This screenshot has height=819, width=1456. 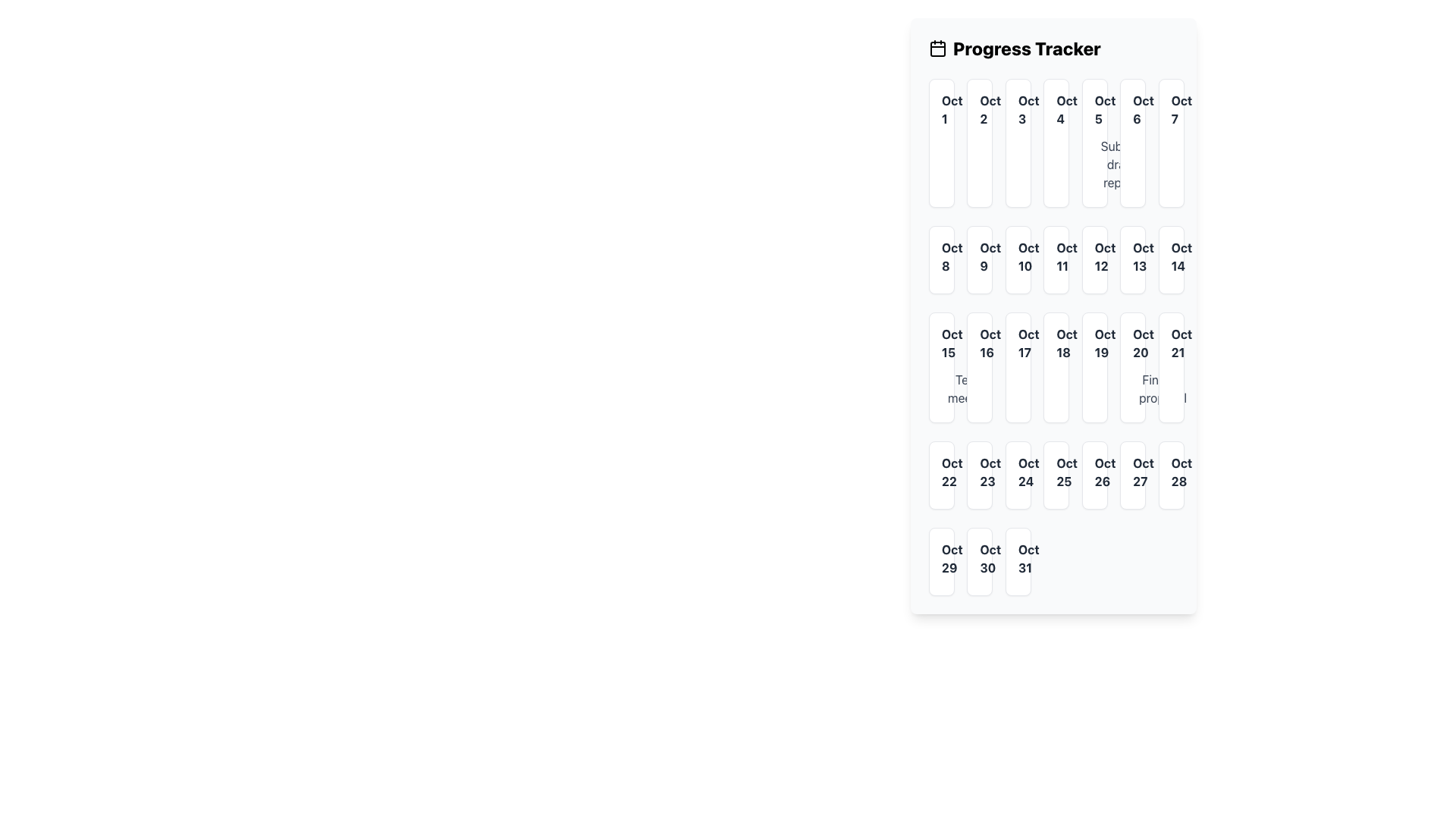 What do you see at coordinates (1103, 164) in the screenshot?
I see `the green checkmark icon that indicates completion, located to the left of the 'Submit report' text` at bounding box center [1103, 164].